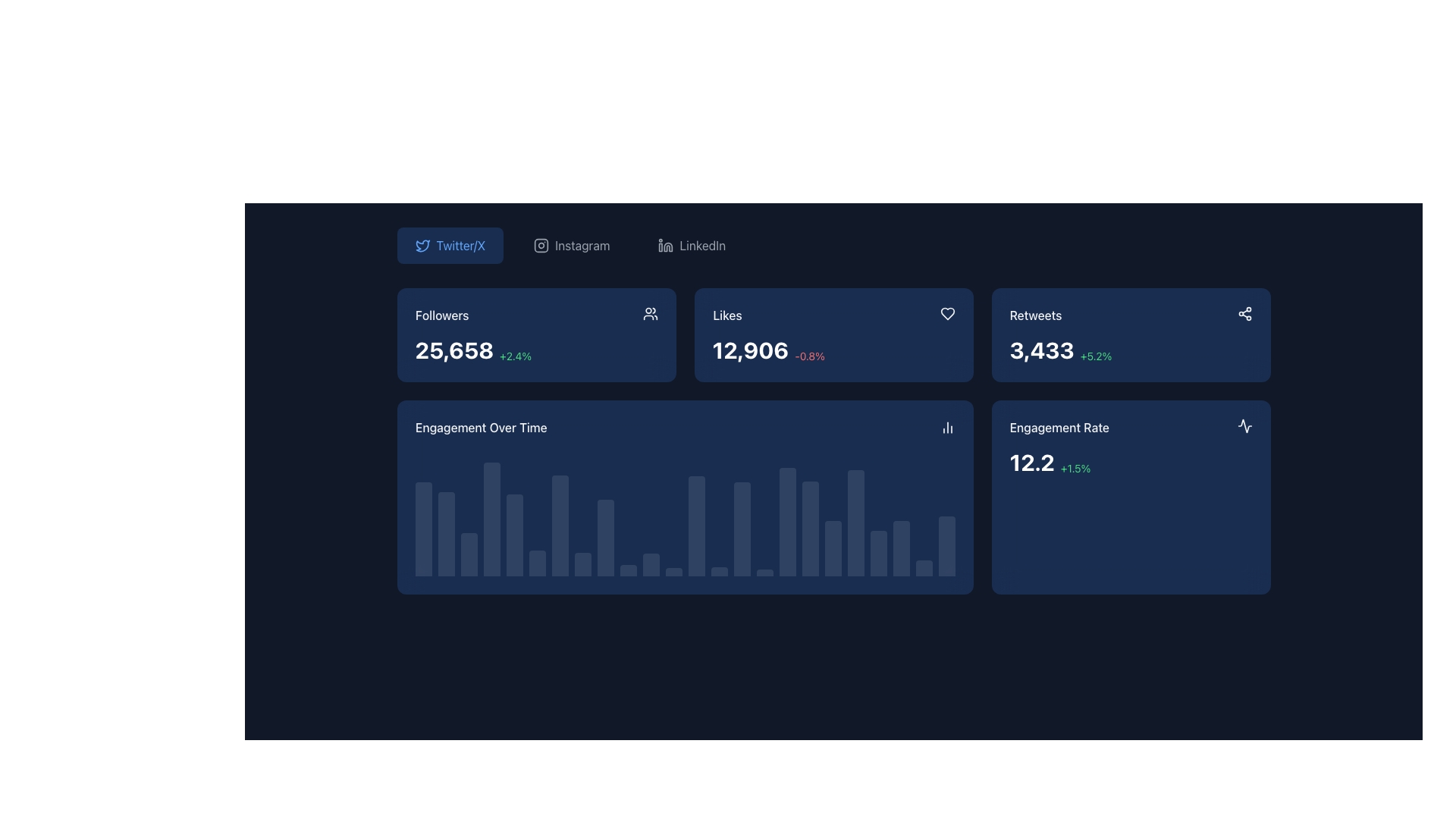  I want to click on the displayed bold numeric text '25,658' in white color over a dark blue background within the 'Followers' card located in the top-left section of the interface, so click(453, 350).